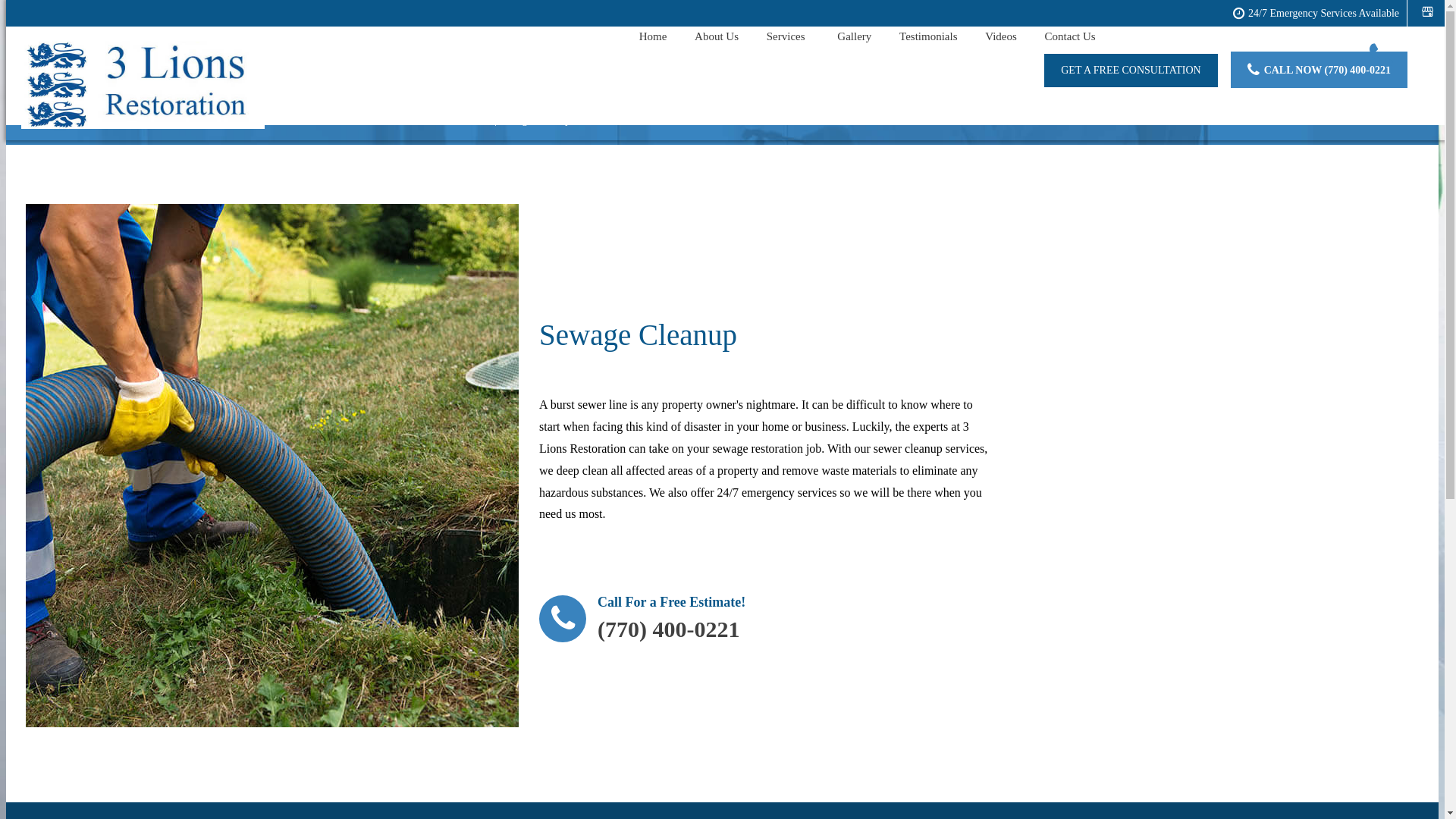 This screenshot has width=1456, height=819. What do you see at coordinates (1131, 70) in the screenshot?
I see `'GET A FREE CONSULTATION'` at bounding box center [1131, 70].